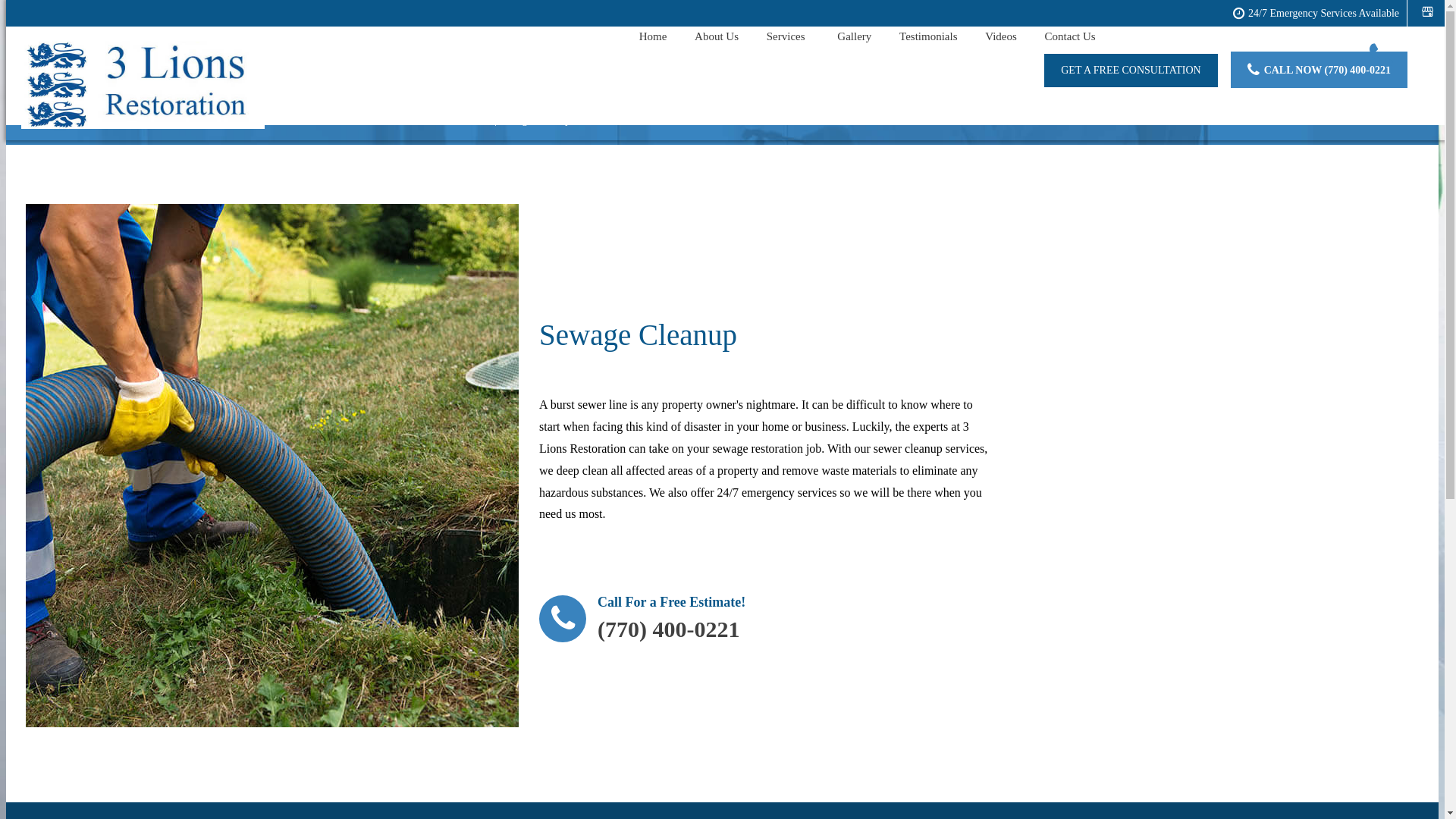 This screenshot has width=1456, height=819. What do you see at coordinates (1131, 70) in the screenshot?
I see `'GET A FREE CONSULTATION'` at bounding box center [1131, 70].